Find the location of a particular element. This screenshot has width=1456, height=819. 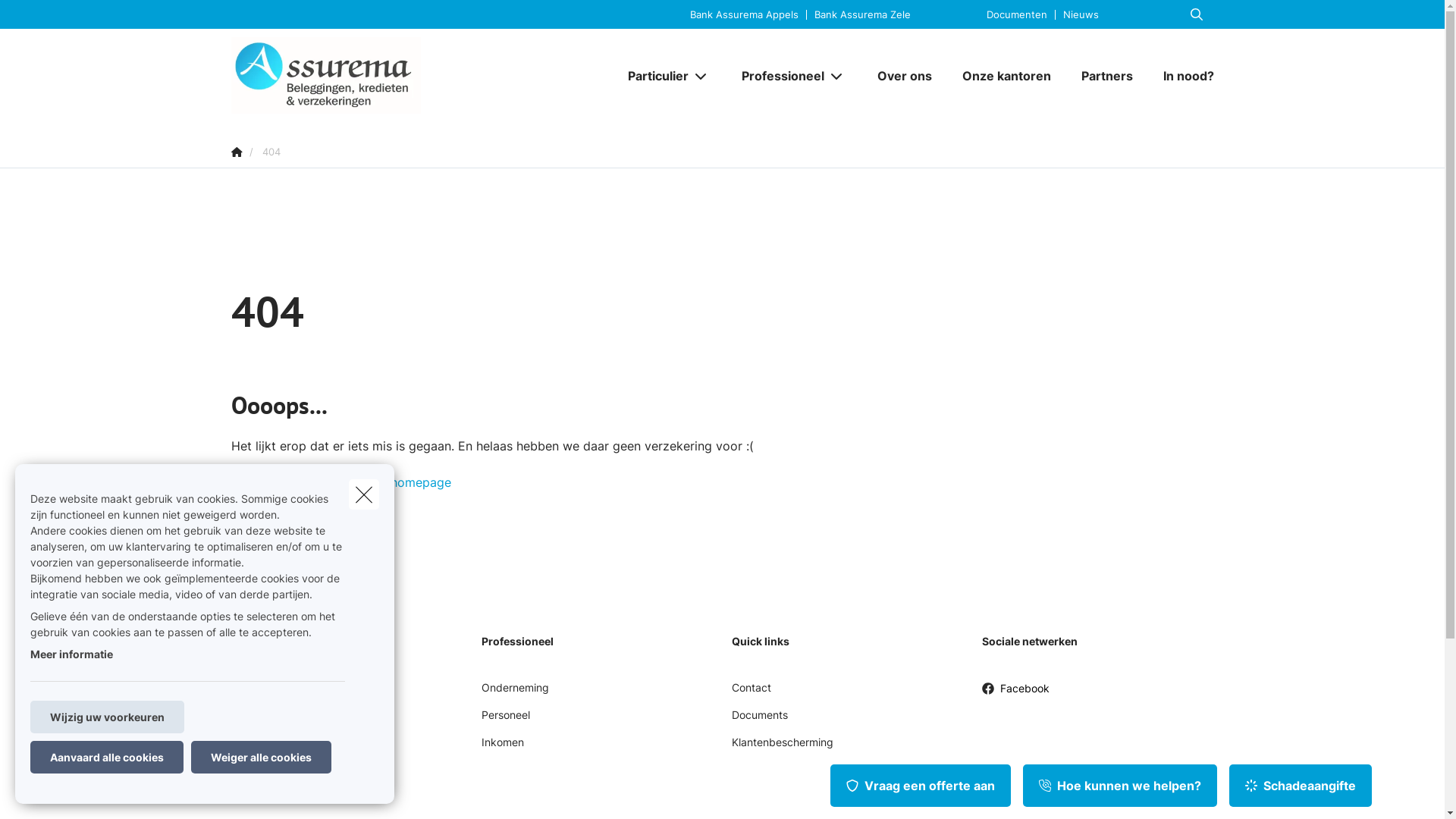

'homepage' is located at coordinates (419, 482).